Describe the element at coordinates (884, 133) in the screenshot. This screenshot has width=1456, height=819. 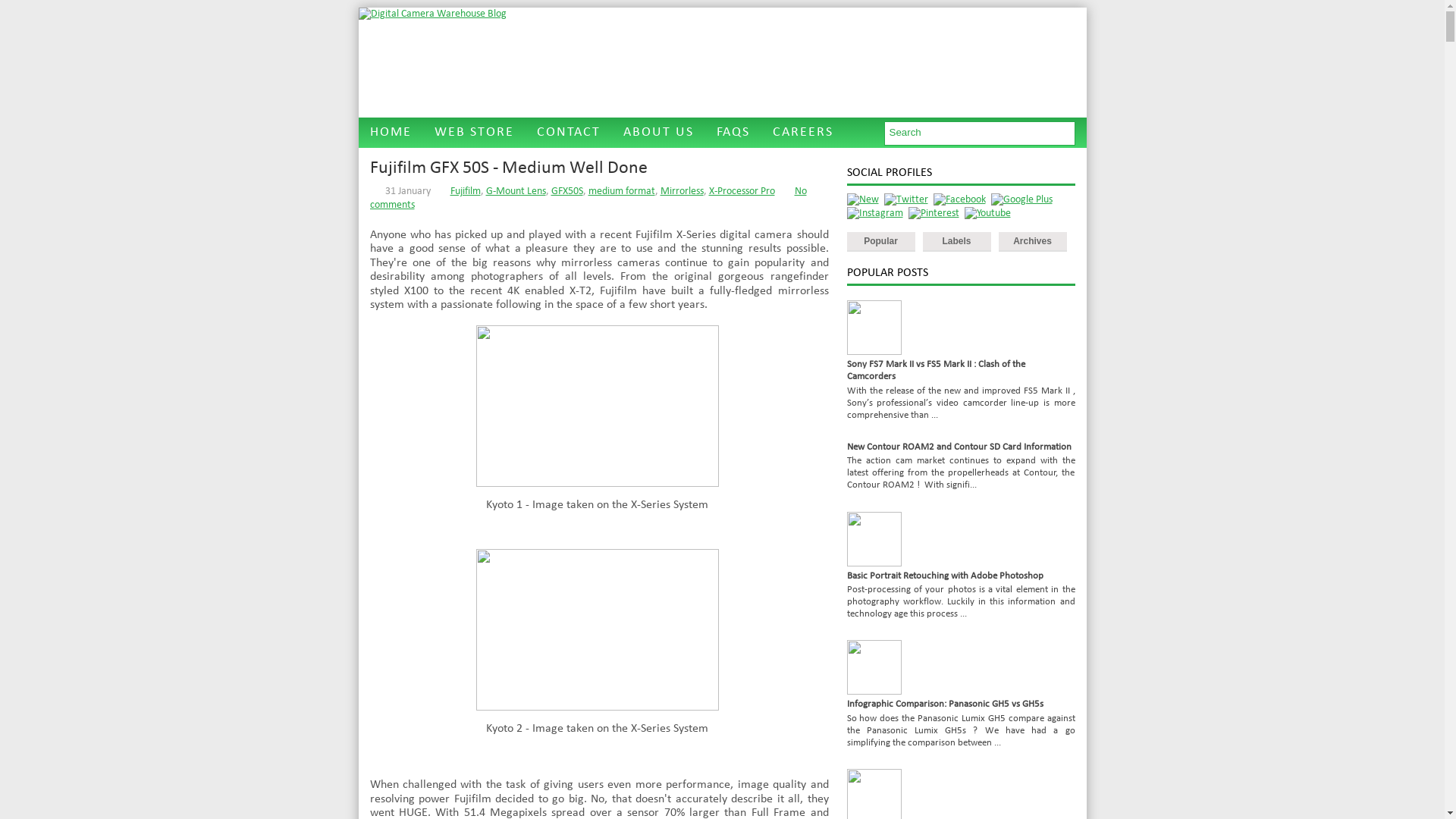
I see `'Type and hit enter'` at that location.